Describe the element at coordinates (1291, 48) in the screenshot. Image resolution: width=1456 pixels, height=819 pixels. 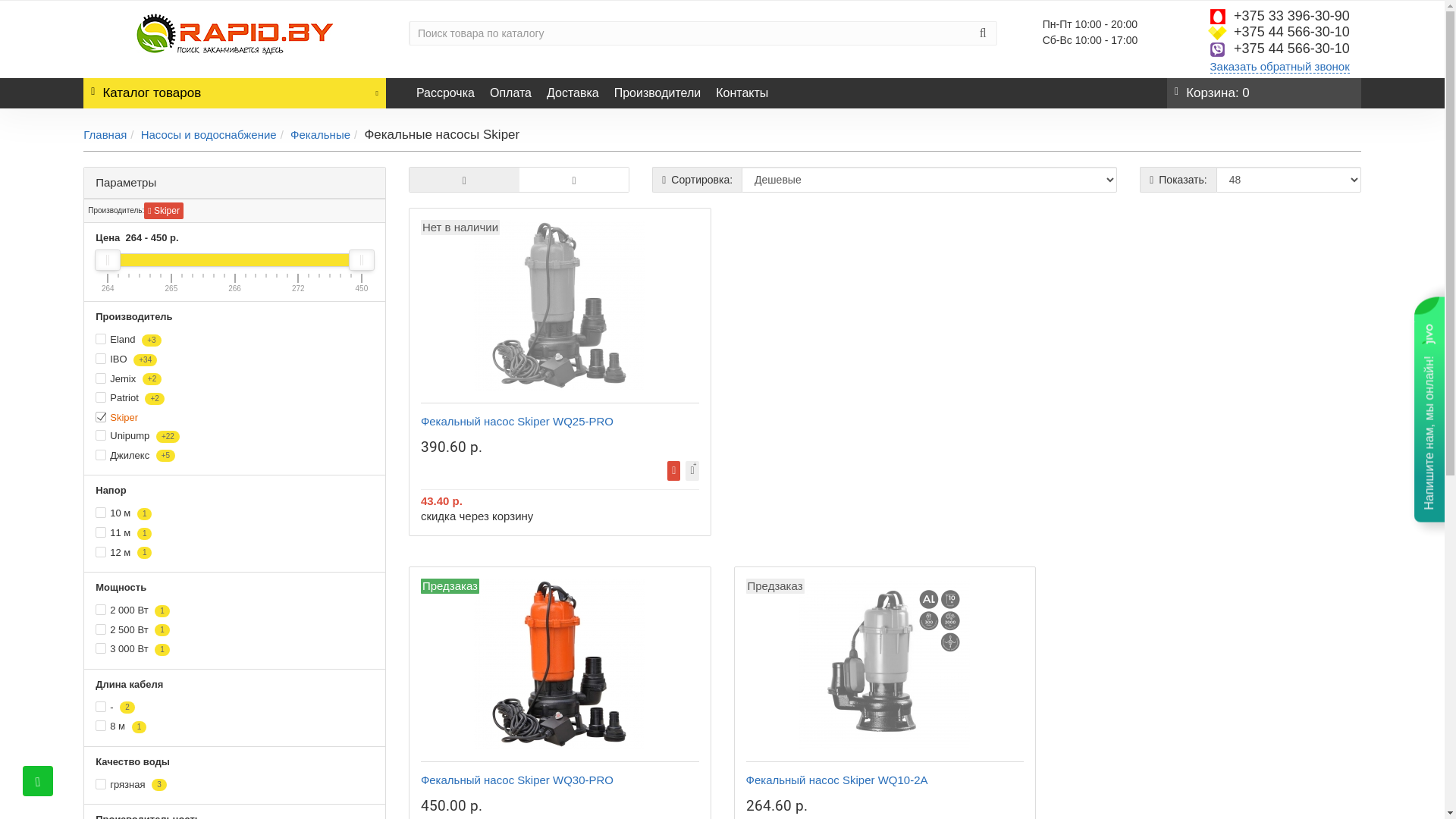
I see `'+375 44 566-30-10'` at that location.